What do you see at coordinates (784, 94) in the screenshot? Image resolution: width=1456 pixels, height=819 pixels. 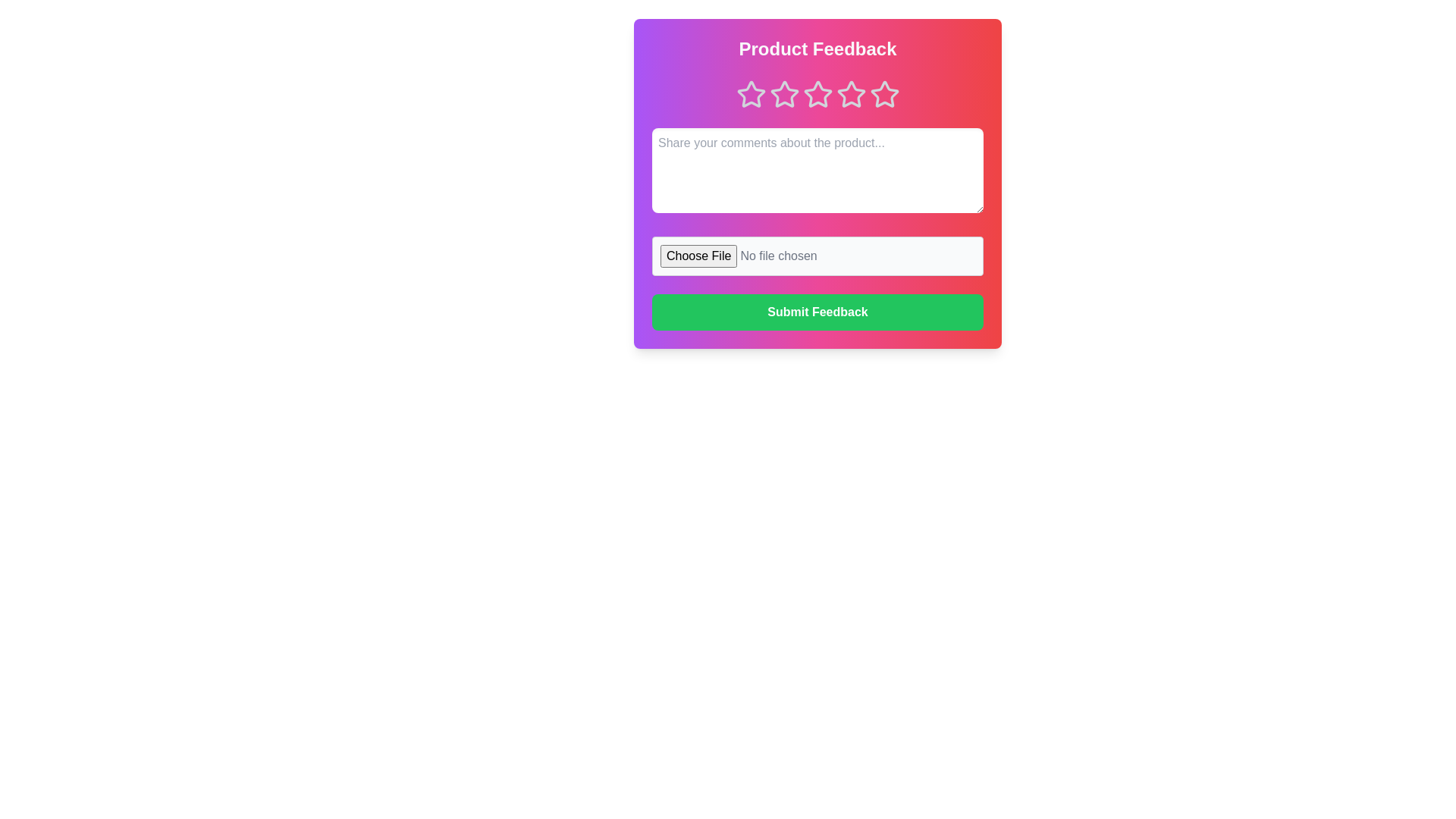 I see `the second star icon in the rating interface` at bounding box center [784, 94].